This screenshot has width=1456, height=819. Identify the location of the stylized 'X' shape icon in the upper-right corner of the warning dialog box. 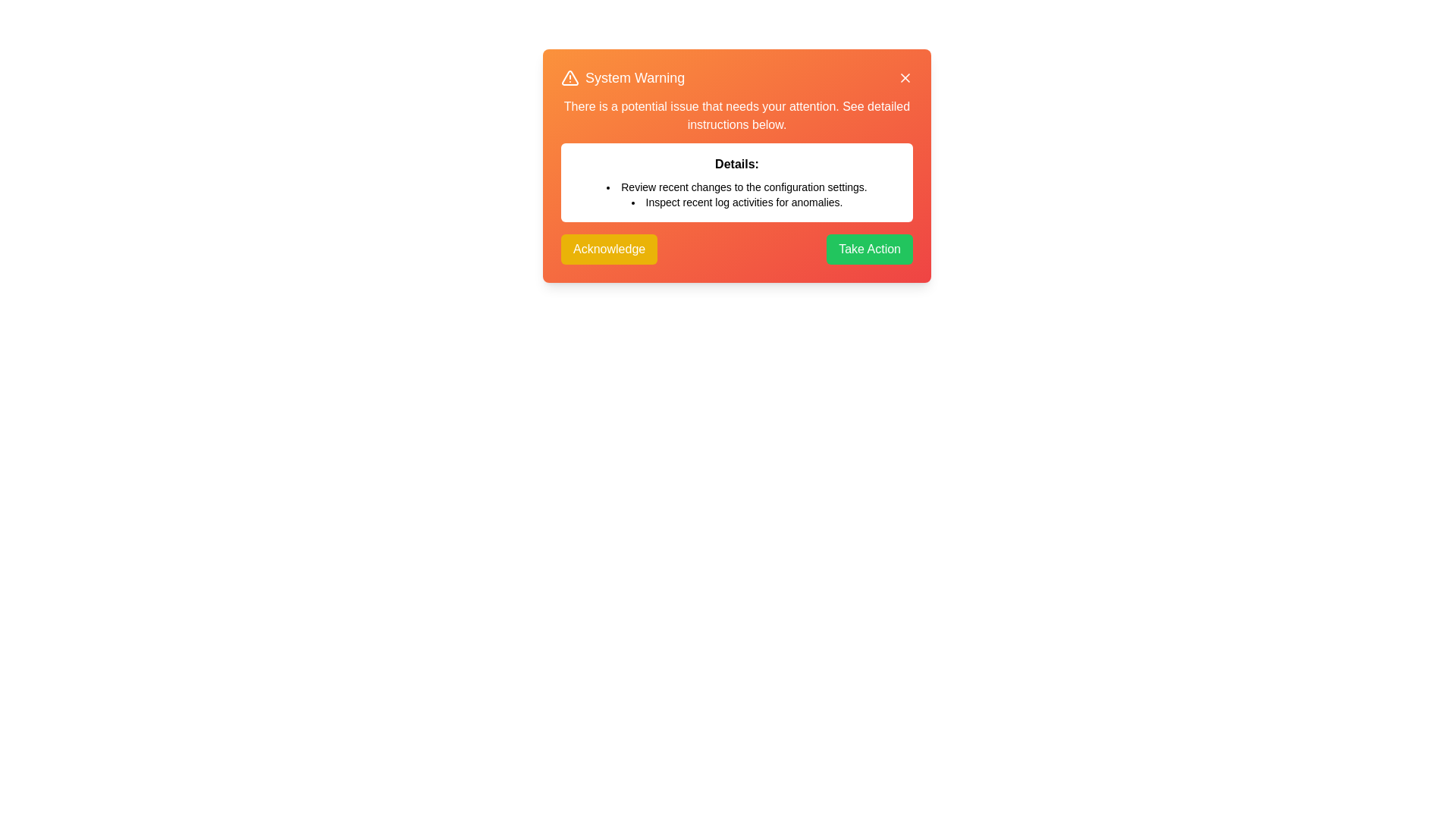
(905, 78).